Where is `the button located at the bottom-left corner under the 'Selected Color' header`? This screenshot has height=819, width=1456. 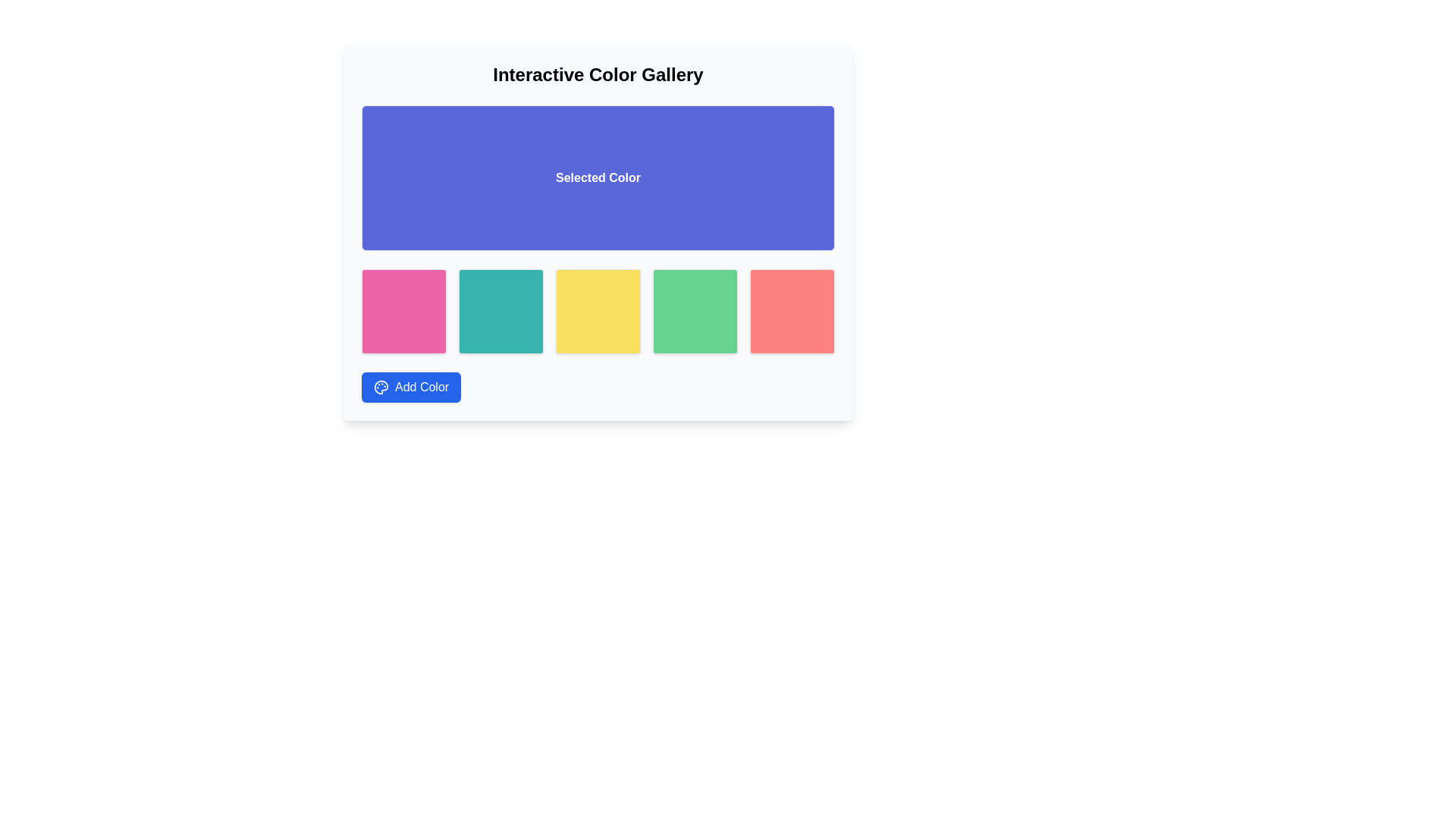 the button located at the bottom-left corner under the 'Selected Color' header is located at coordinates (411, 386).